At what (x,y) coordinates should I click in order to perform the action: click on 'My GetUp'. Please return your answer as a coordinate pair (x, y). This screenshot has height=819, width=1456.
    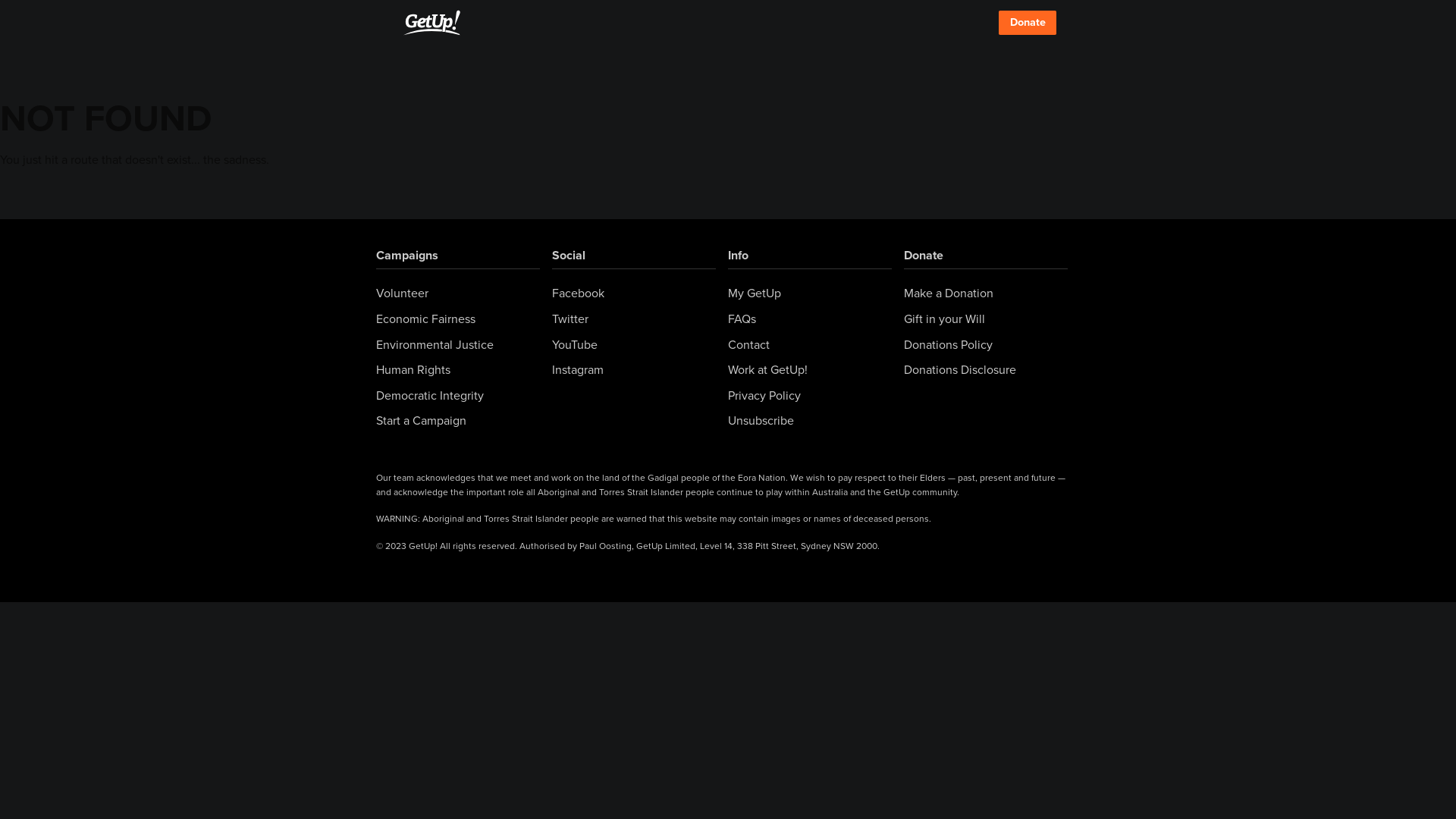
    Looking at the image, I should click on (754, 293).